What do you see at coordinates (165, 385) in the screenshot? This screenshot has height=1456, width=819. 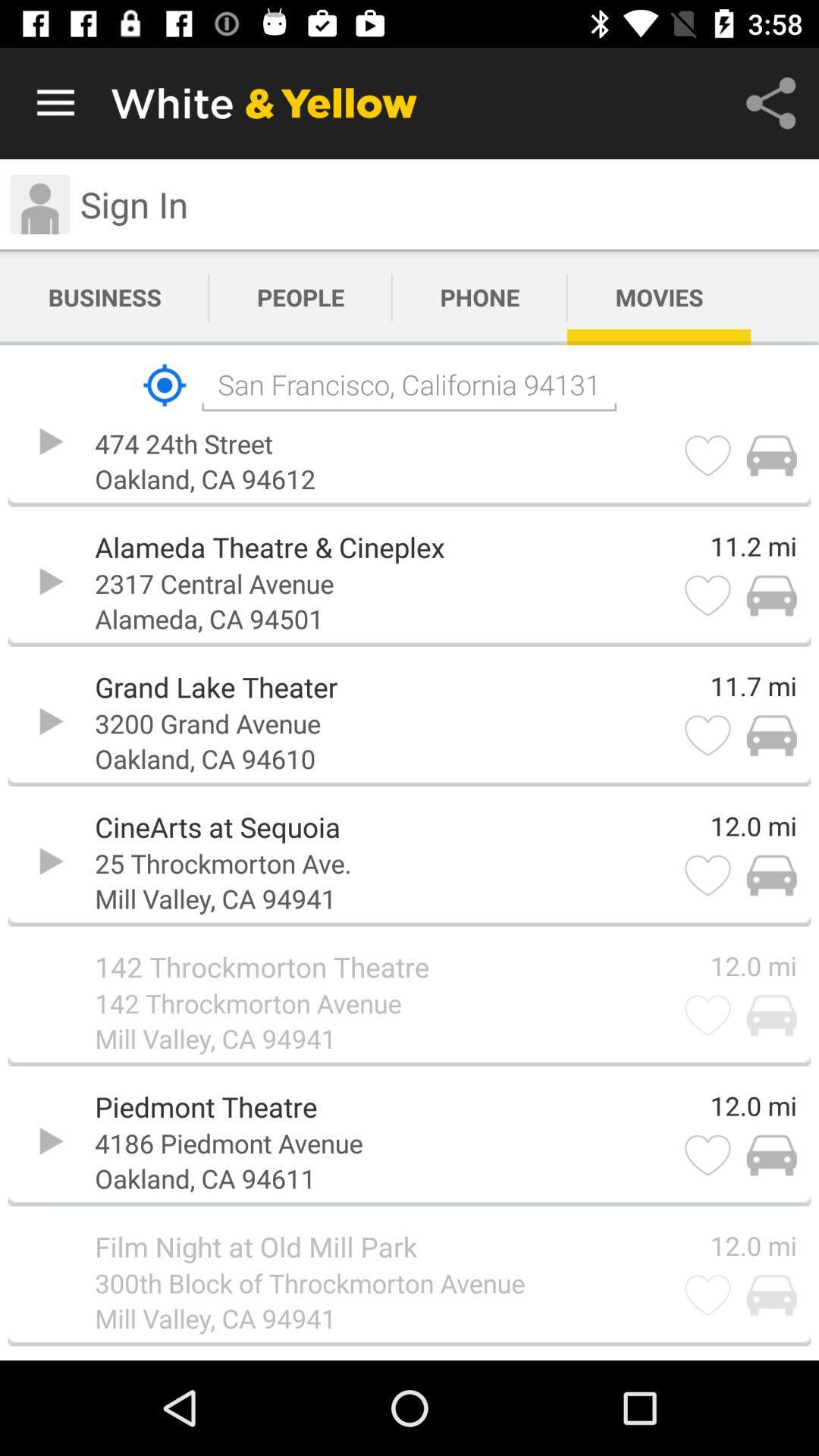 I see `the icon above the new parkway icon` at bounding box center [165, 385].